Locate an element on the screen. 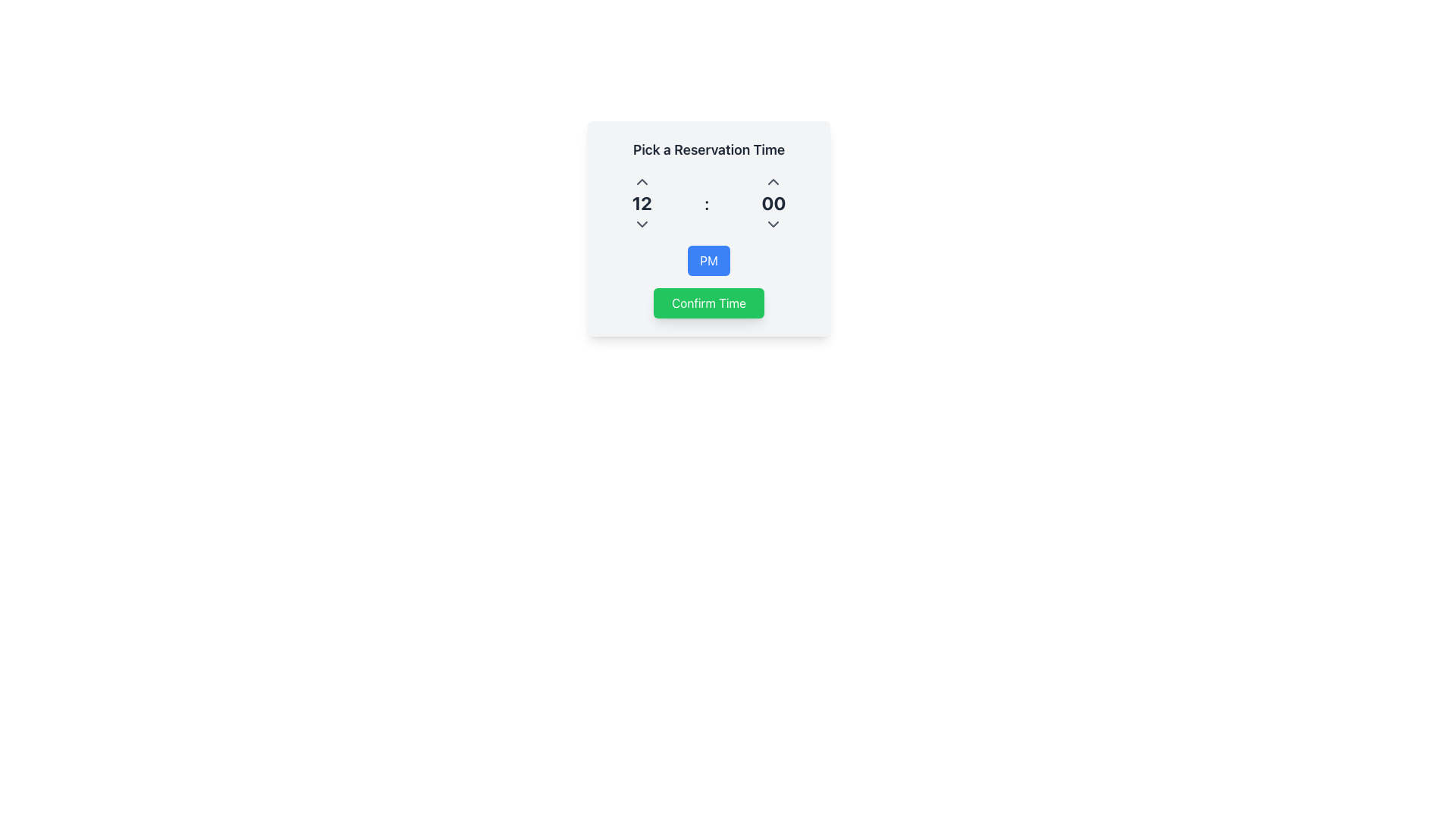 The height and width of the screenshot is (819, 1456). the dropdown toggle button located directly below the number '12' is located at coordinates (642, 224).